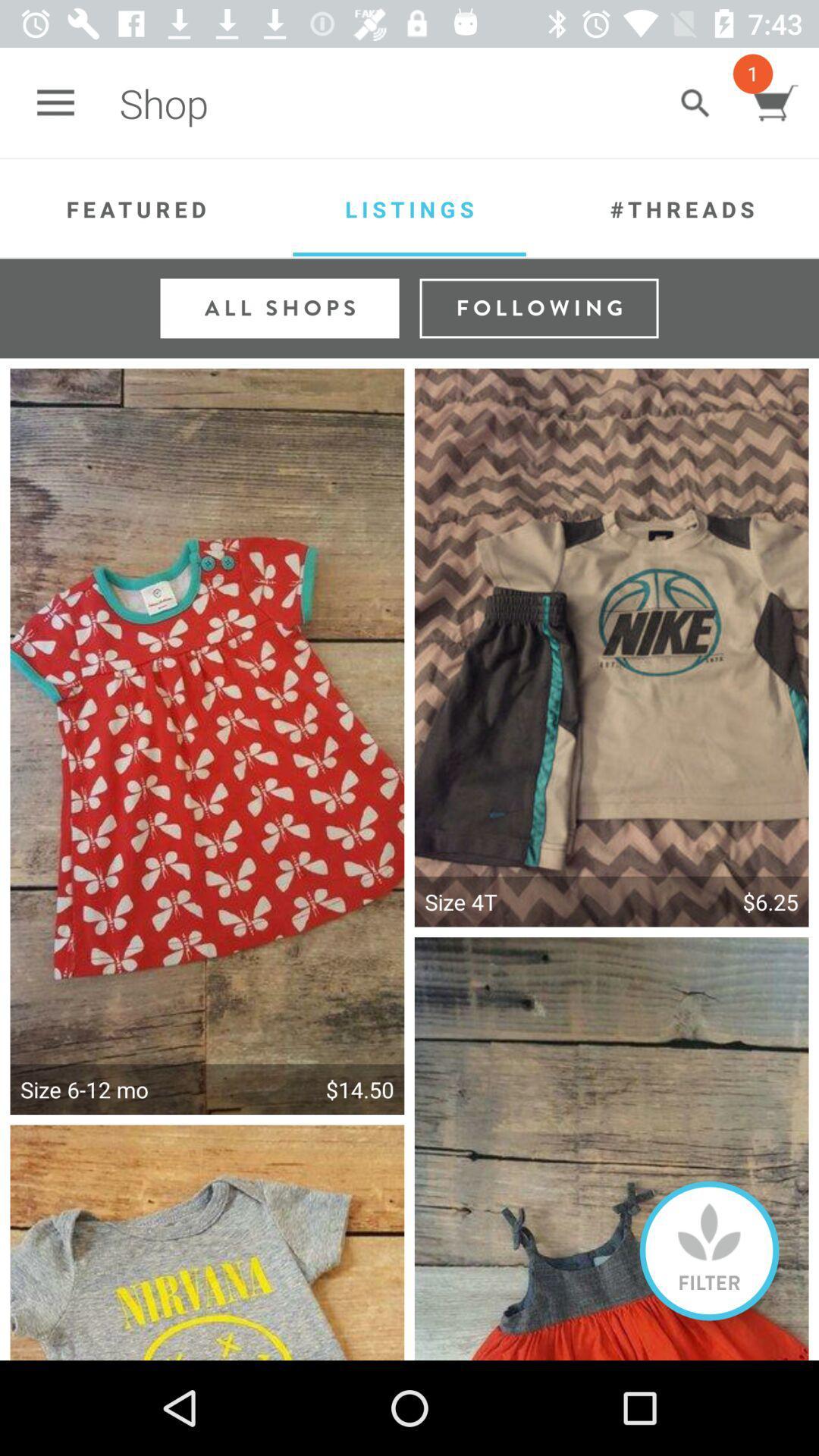 This screenshot has height=1456, width=819. What do you see at coordinates (709, 1250) in the screenshot?
I see `filter` at bounding box center [709, 1250].